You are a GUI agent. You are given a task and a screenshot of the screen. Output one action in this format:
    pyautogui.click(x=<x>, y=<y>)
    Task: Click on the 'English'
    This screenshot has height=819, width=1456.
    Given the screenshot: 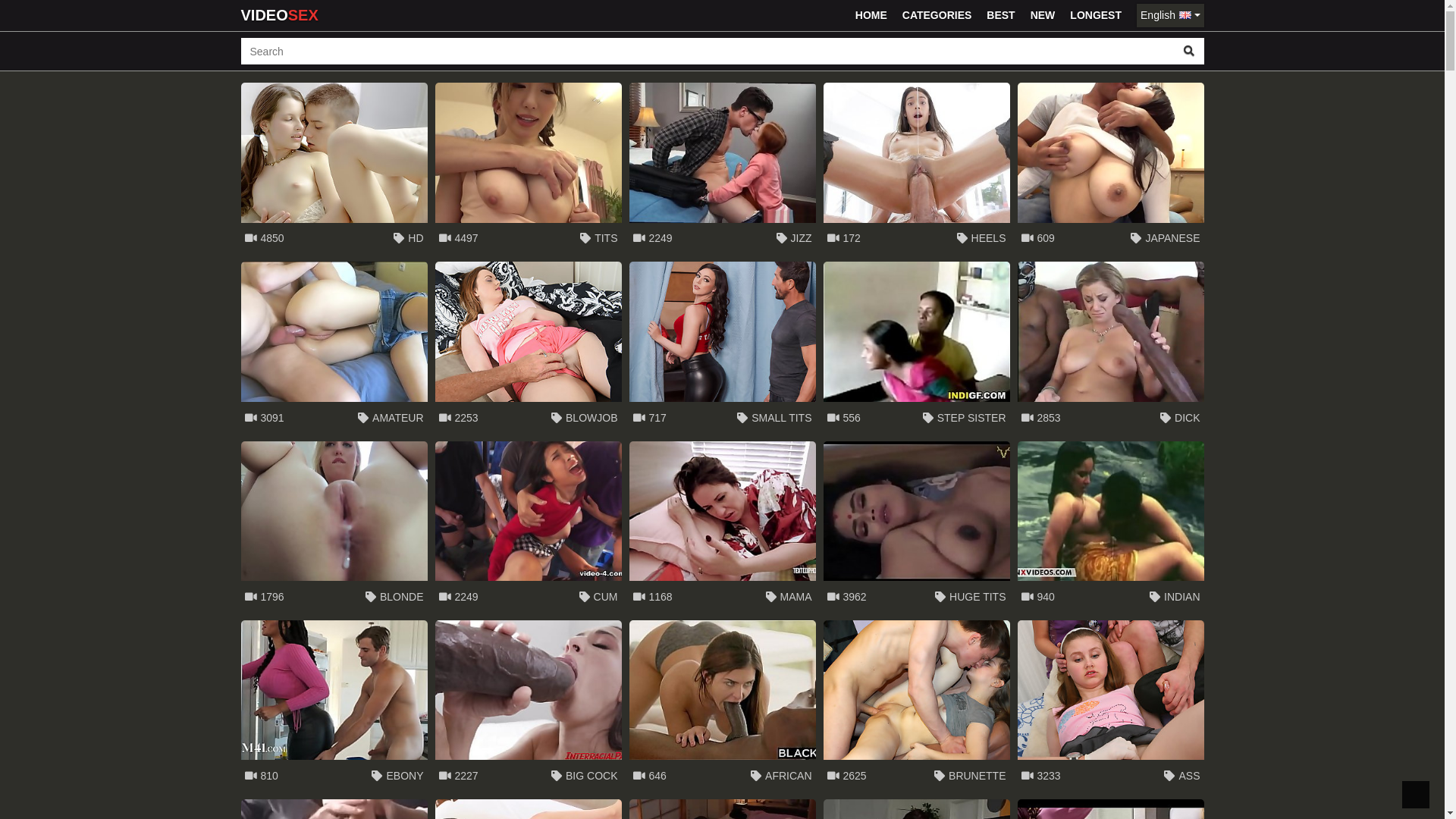 What is the action you would take?
    pyautogui.click(x=1169, y=15)
    